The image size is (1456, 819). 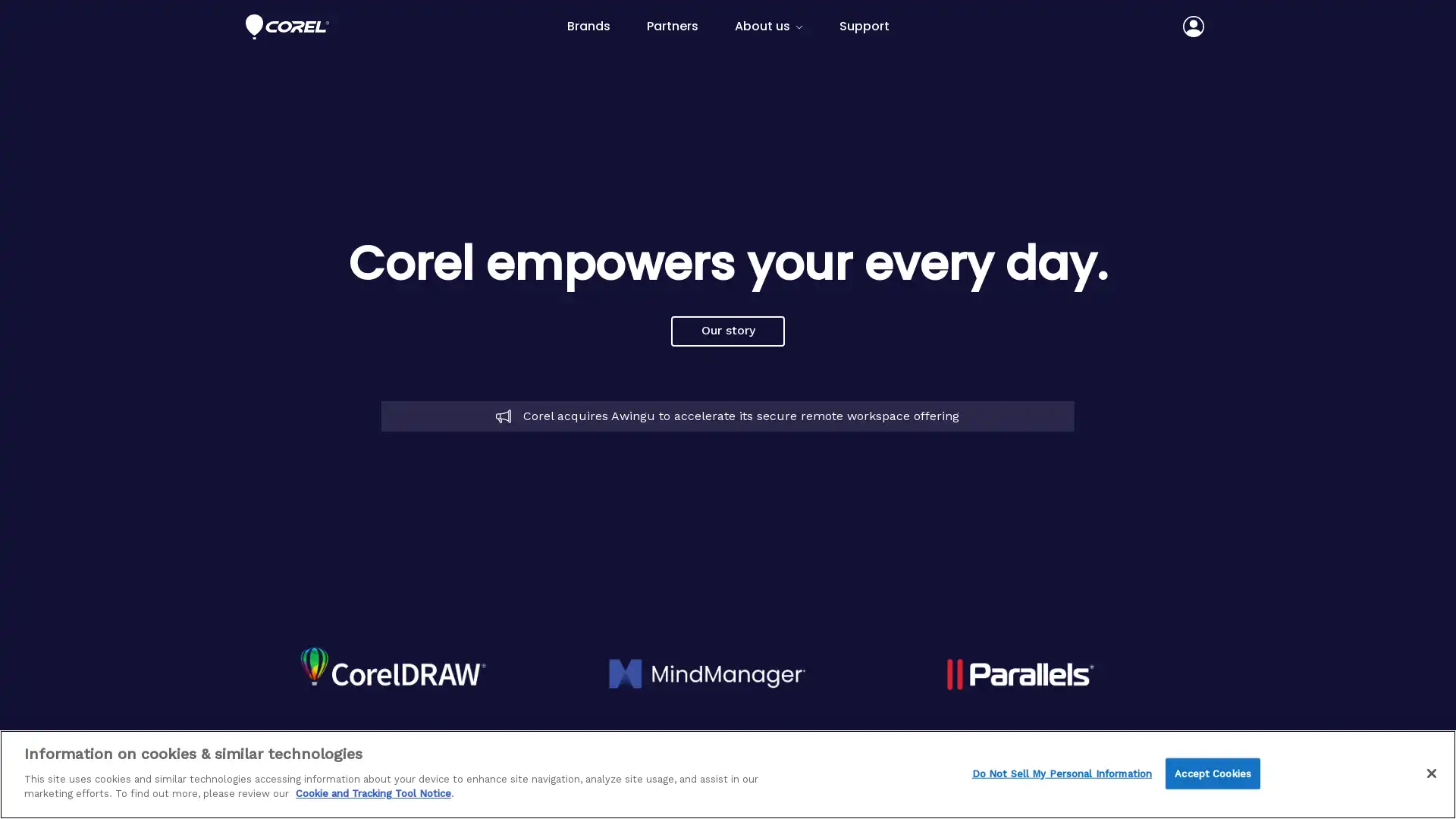 I want to click on Accept Cookies, so click(x=1212, y=773).